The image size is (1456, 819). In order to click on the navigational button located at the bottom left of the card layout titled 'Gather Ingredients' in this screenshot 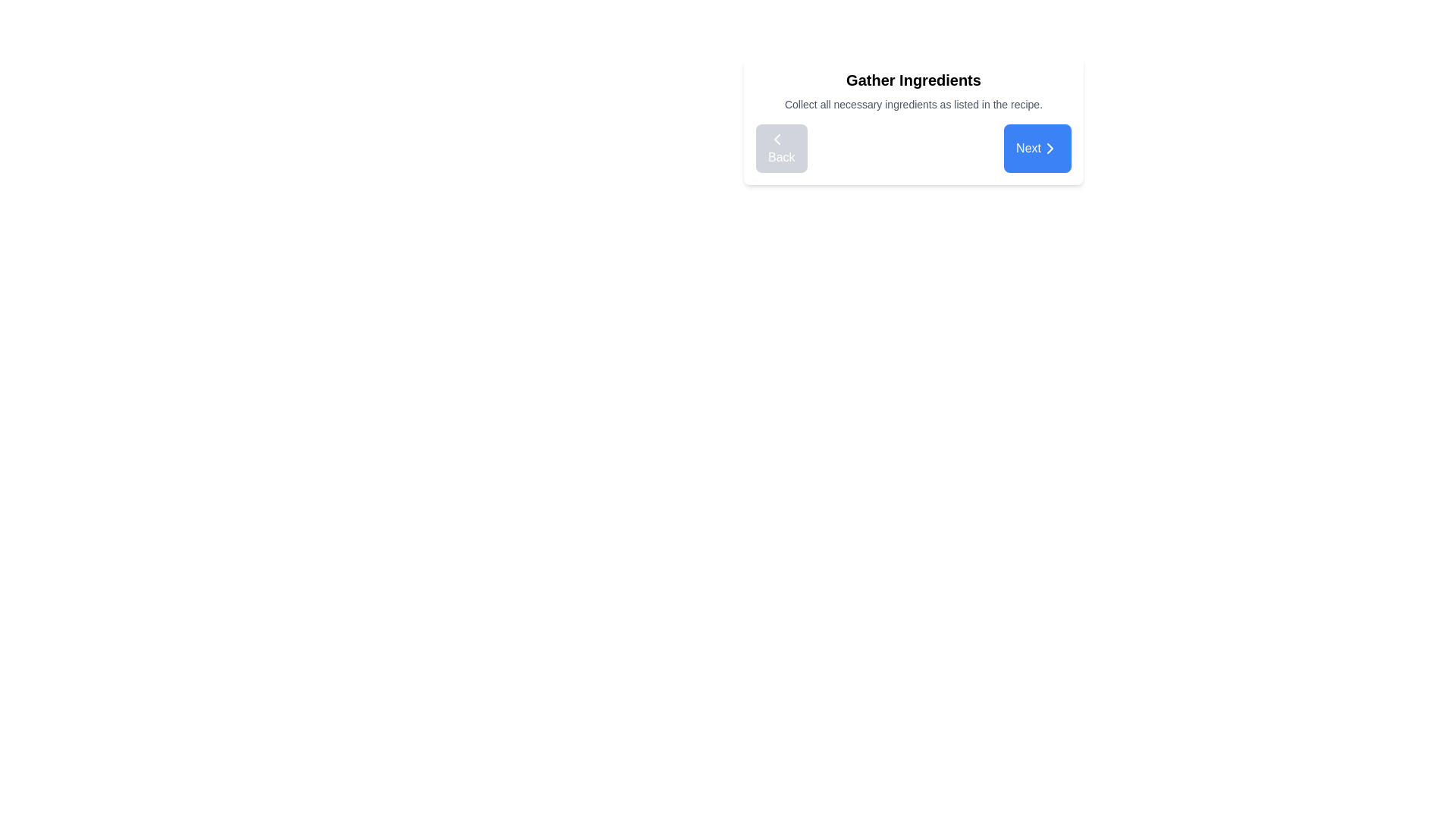, I will do `click(781, 149)`.